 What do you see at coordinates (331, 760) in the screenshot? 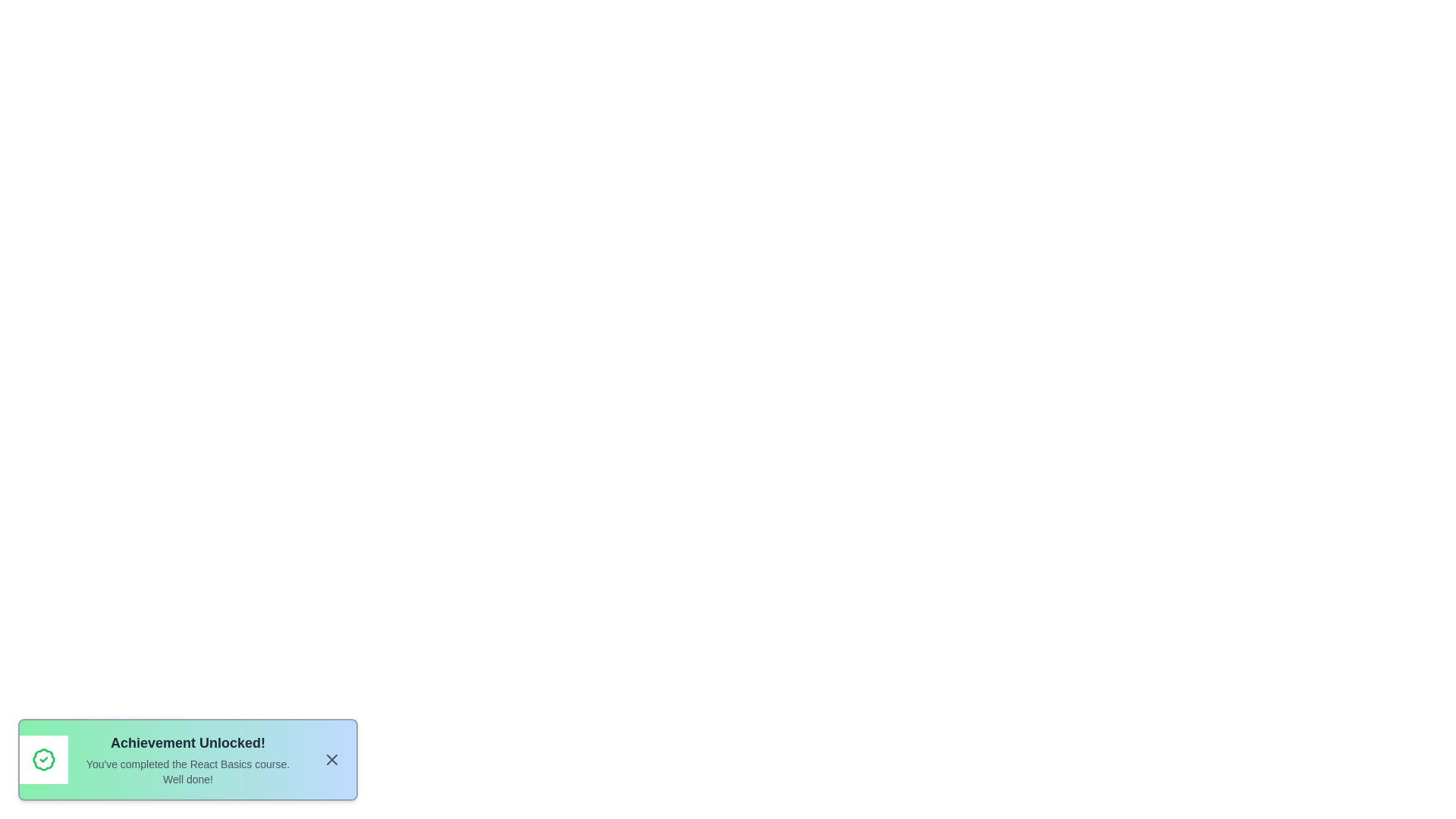
I see `the close button to dismiss the snackbar` at bounding box center [331, 760].